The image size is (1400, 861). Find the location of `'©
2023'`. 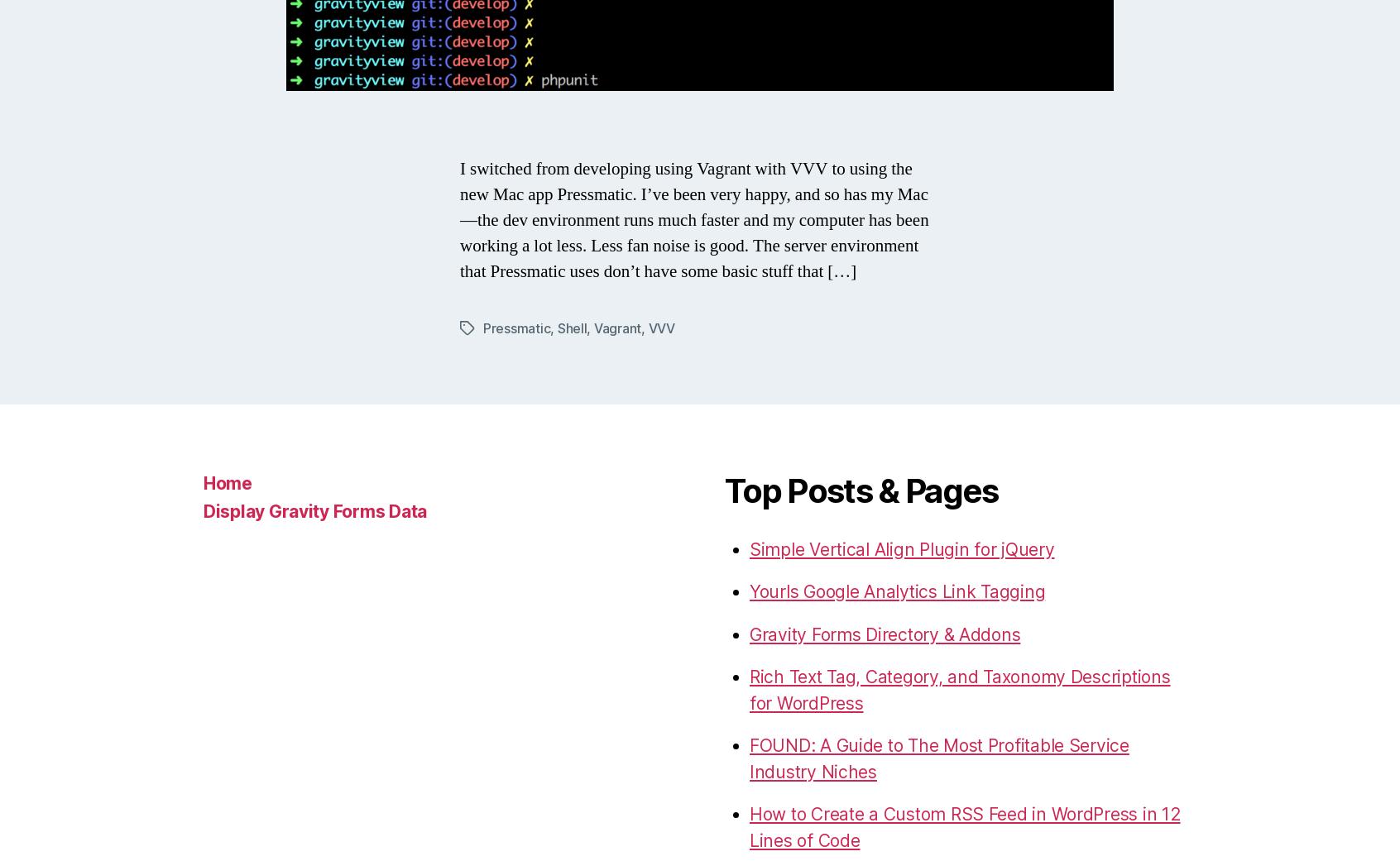

'©
2023' is located at coordinates (232, 763).